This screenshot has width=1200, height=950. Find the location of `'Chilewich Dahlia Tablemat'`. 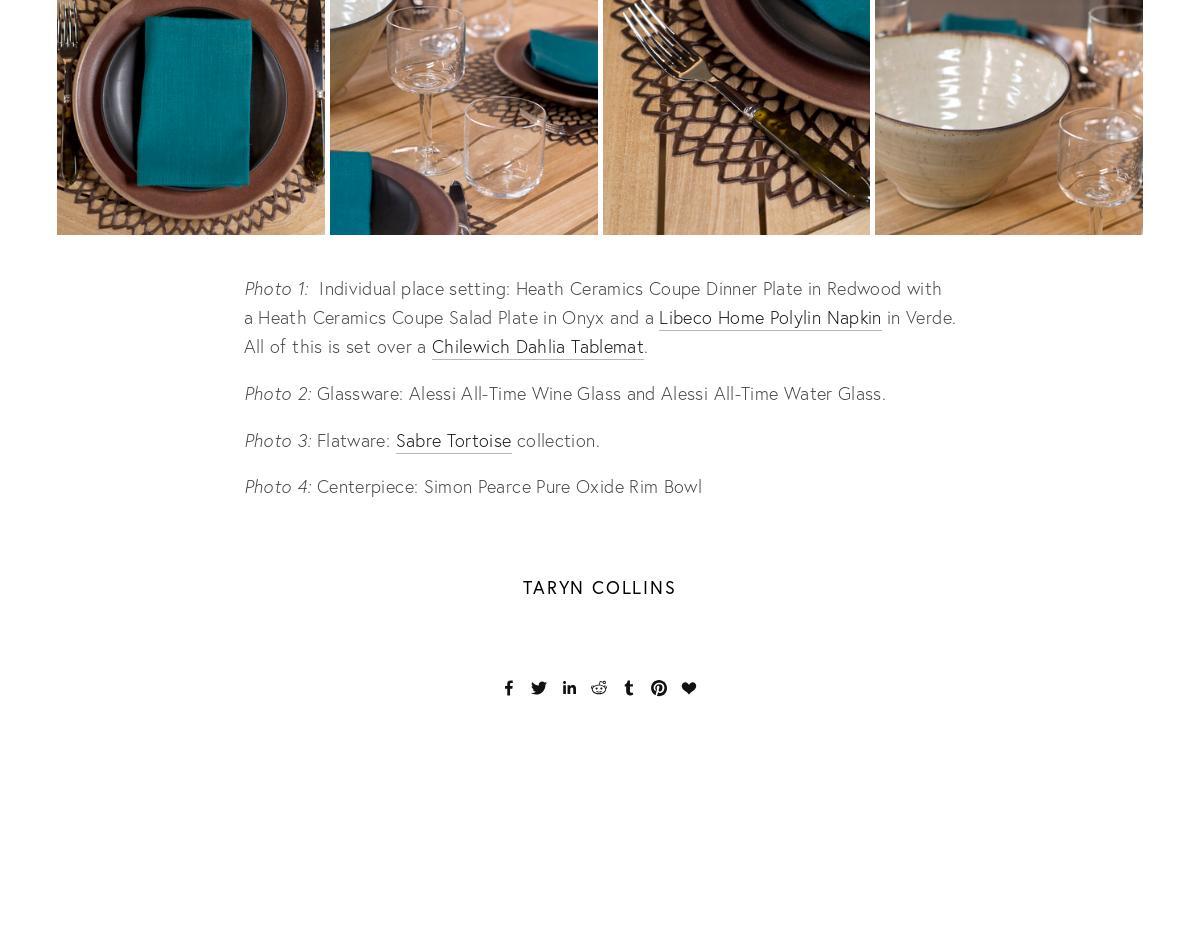

'Chilewich Dahlia Tablemat' is located at coordinates (536, 344).